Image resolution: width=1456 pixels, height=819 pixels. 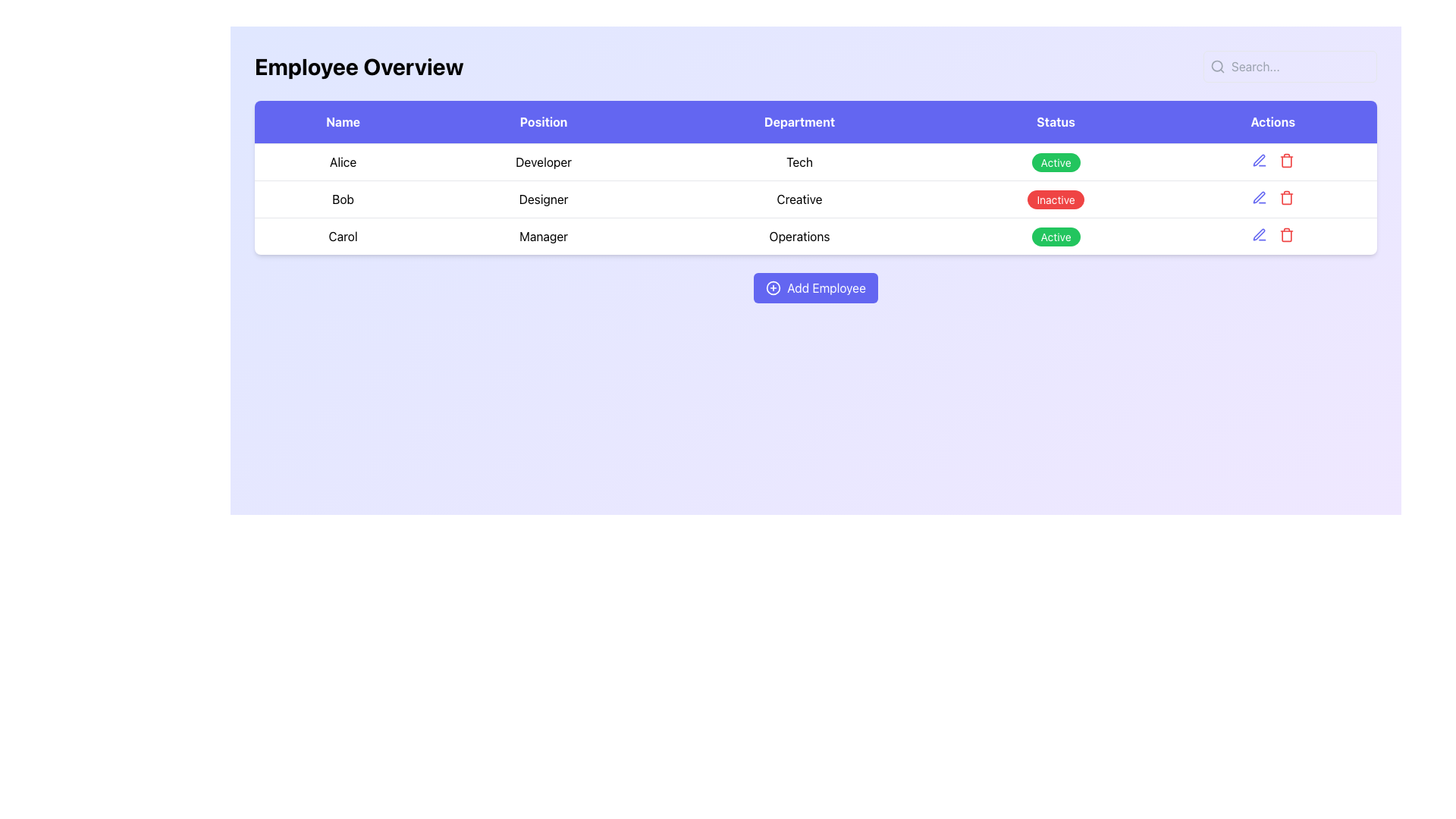 What do you see at coordinates (1055, 237) in the screenshot?
I see `the Status Badge indicating the active status of the Operations department entry located in the Status column of the third row in the table layout` at bounding box center [1055, 237].